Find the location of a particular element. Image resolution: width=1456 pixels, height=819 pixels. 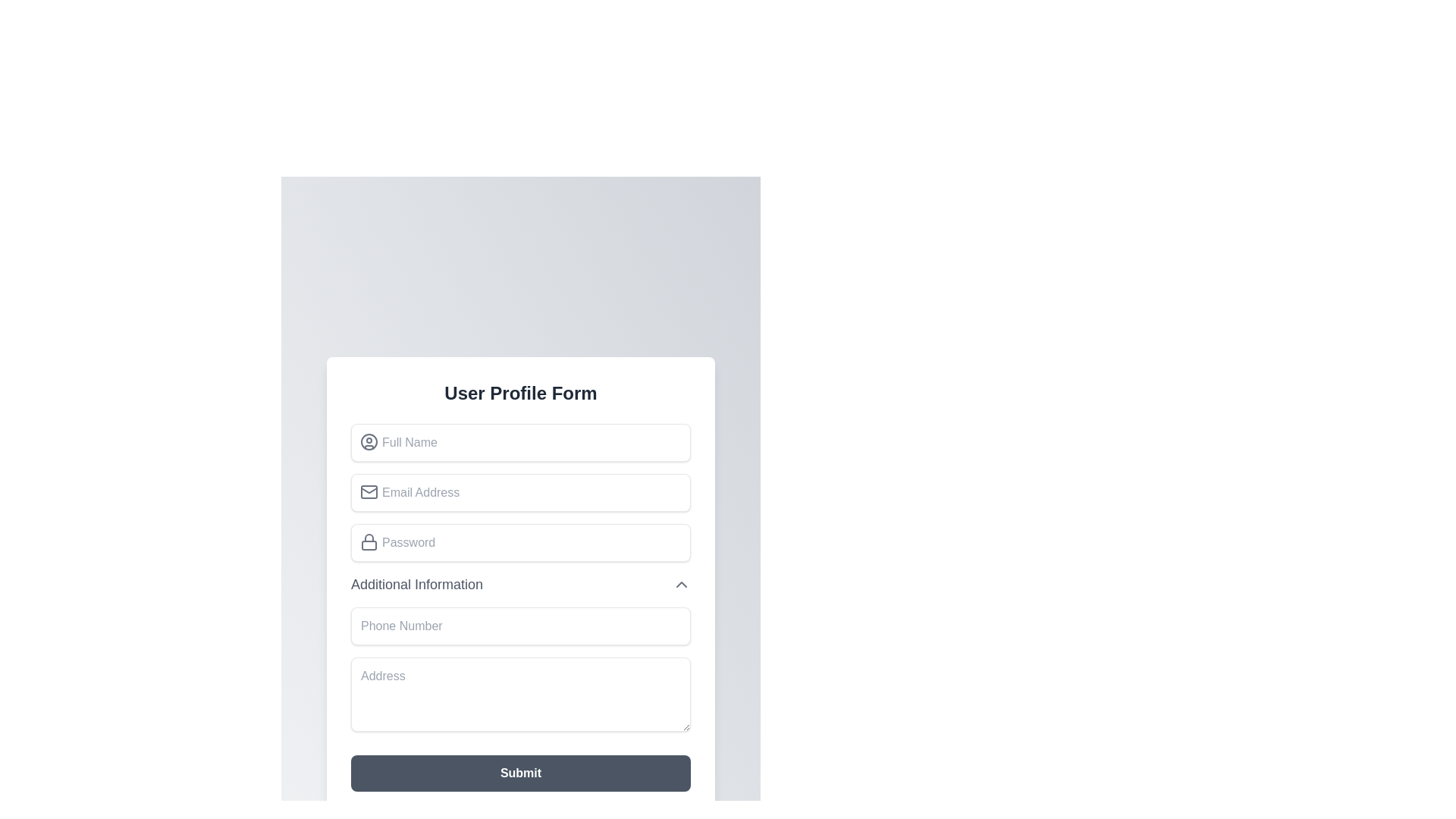

the lock icon located inside the password field, which is styled in gray and aligns with the placeholder text 'Password' is located at coordinates (369, 541).